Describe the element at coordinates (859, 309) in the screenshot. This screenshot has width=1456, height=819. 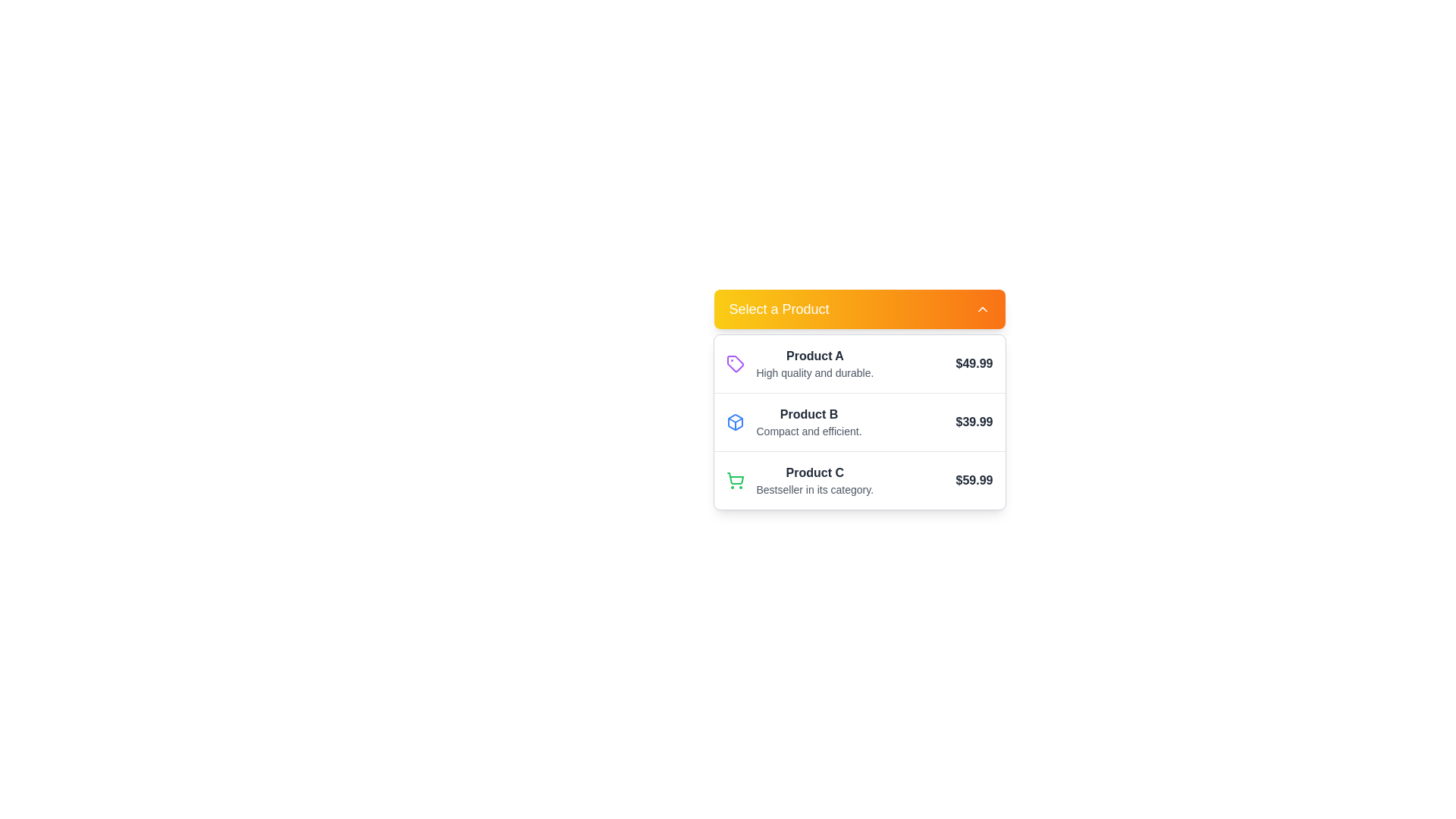
I see `the dropdown button labeled 'Select a Product' with a gradient background` at that location.